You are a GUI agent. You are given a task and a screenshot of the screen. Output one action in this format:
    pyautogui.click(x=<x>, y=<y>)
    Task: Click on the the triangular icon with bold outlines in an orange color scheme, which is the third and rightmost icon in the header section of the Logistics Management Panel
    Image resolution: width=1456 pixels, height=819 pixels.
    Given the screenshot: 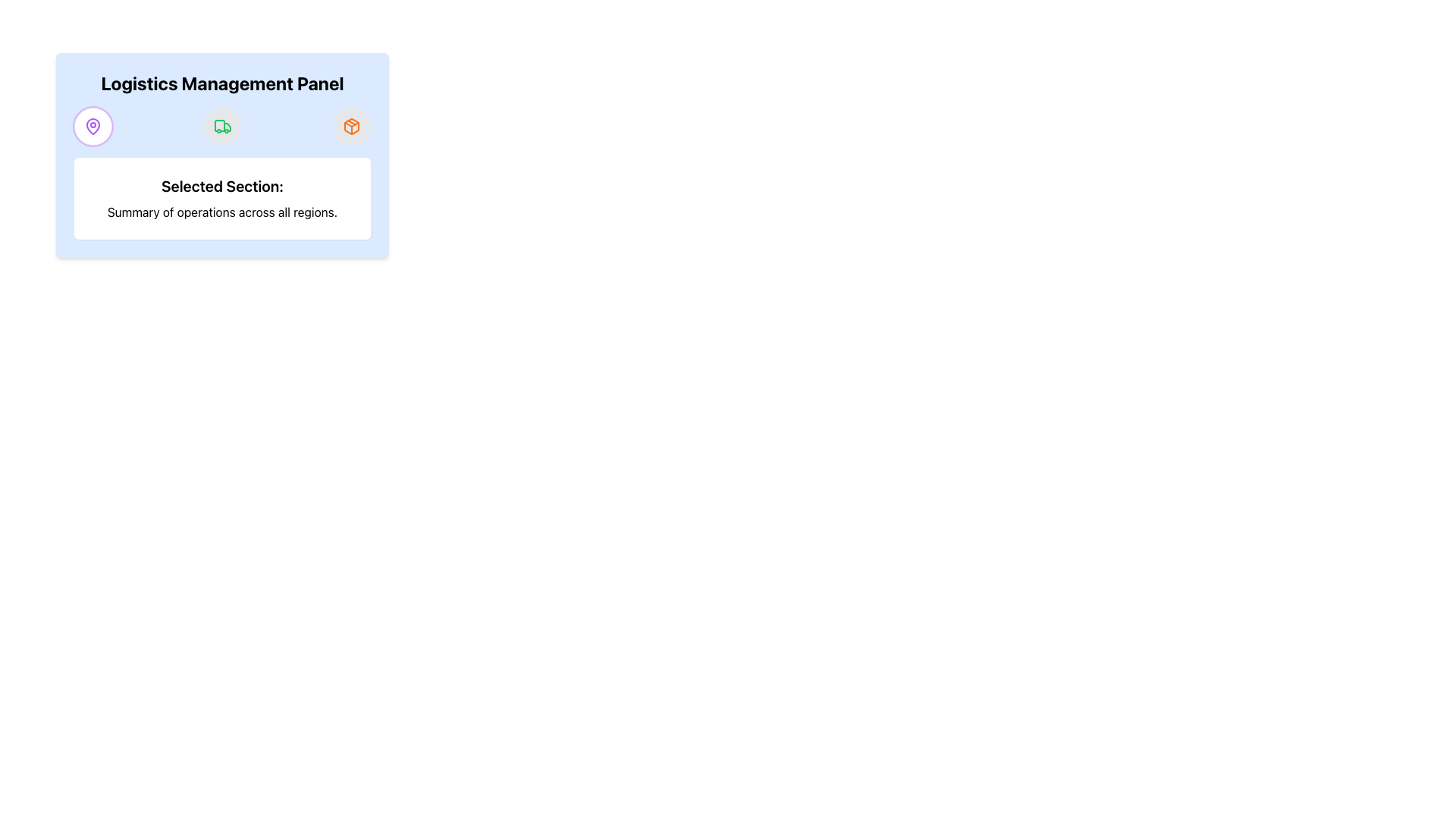 What is the action you would take?
    pyautogui.click(x=351, y=125)
    